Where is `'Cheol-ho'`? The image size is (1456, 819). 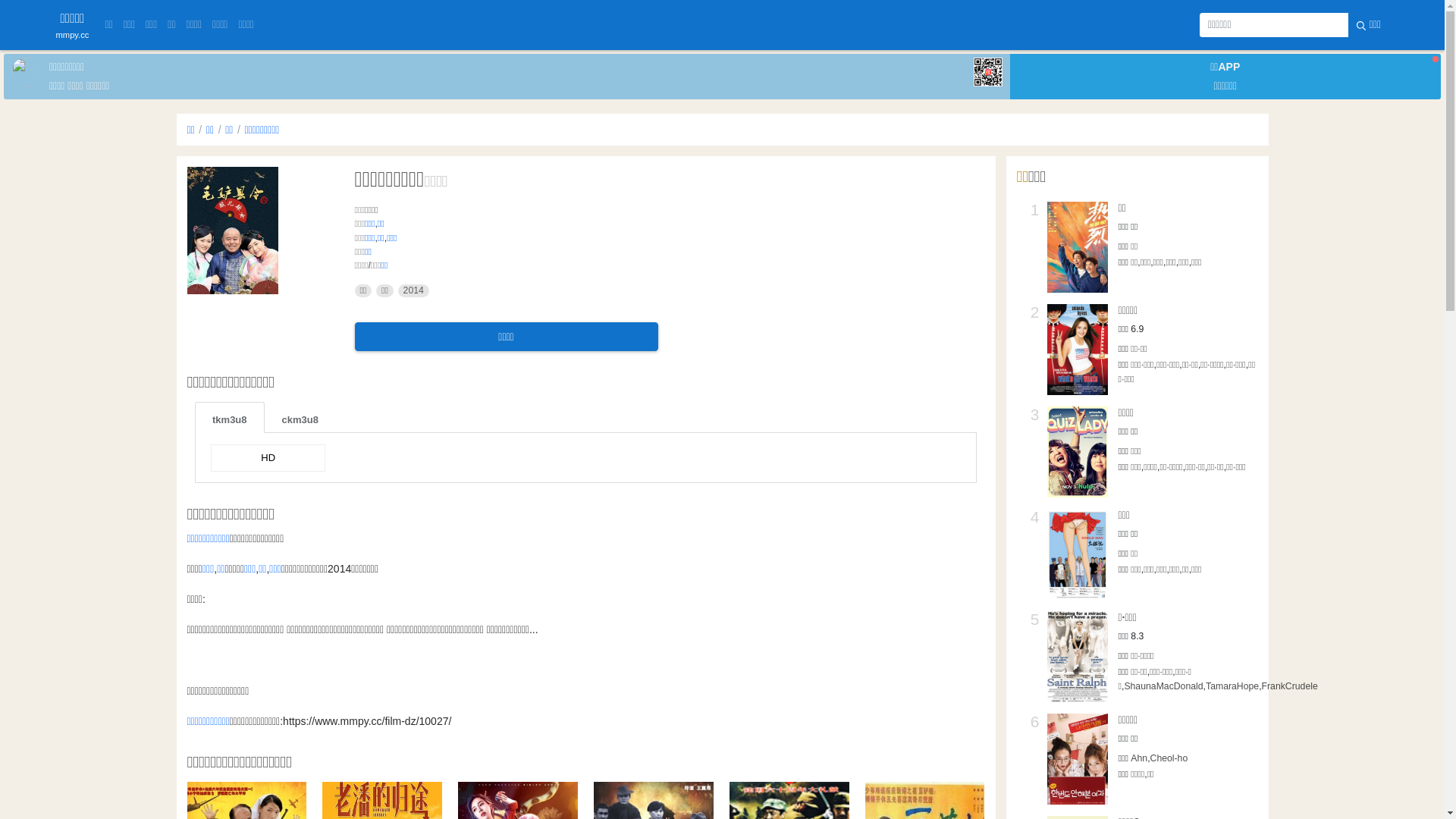
'Cheol-ho' is located at coordinates (1168, 758).